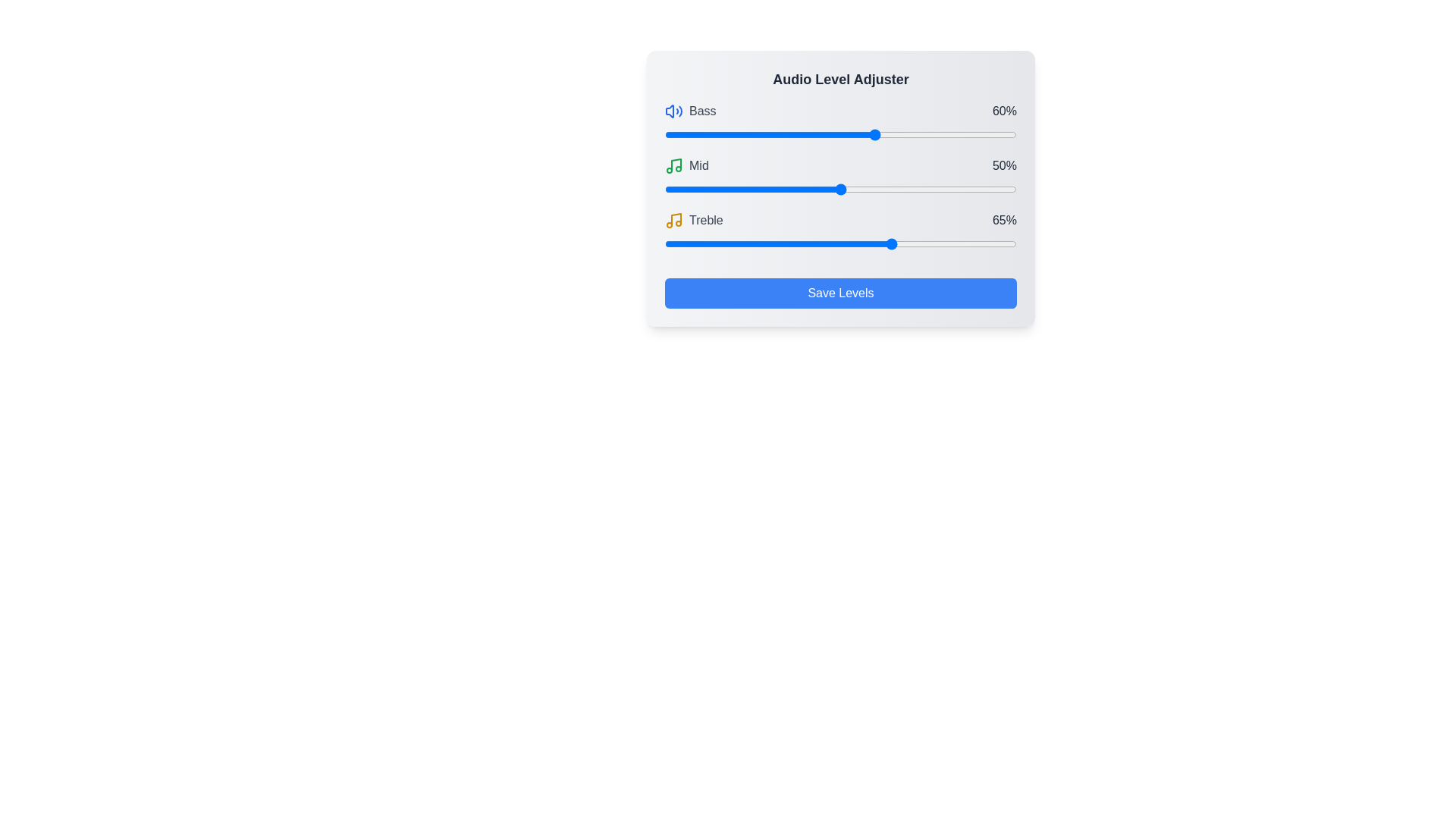 The height and width of the screenshot is (819, 1456). Describe the element at coordinates (836, 243) in the screenshot. I see `the slider` at that location.